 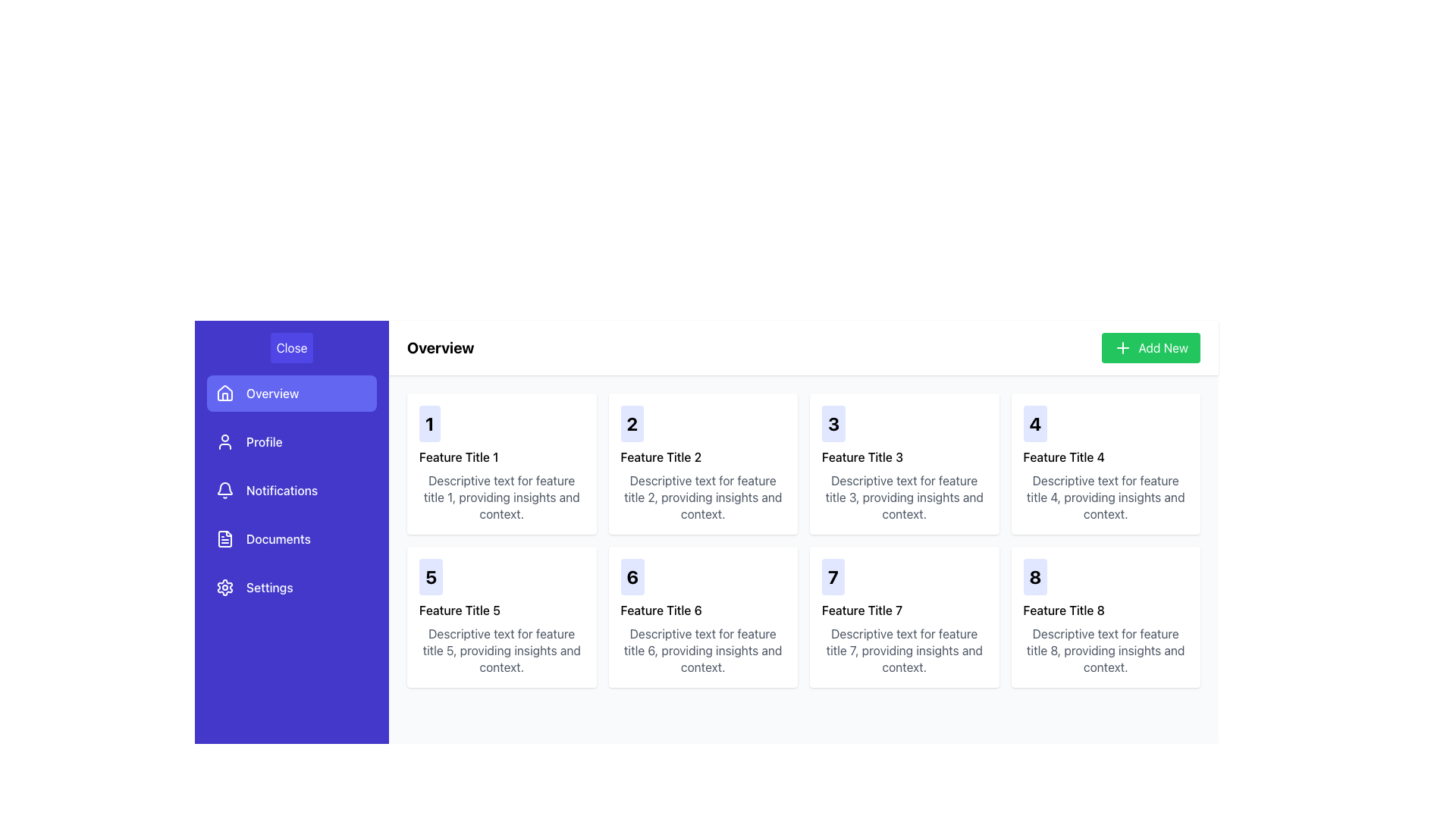 I want to click on the Label or Numeric Indicator located at the top-left corner of the 'Feature Title 7' card, which serves as an identifier for the associated feature, so click(x=833, y=576).